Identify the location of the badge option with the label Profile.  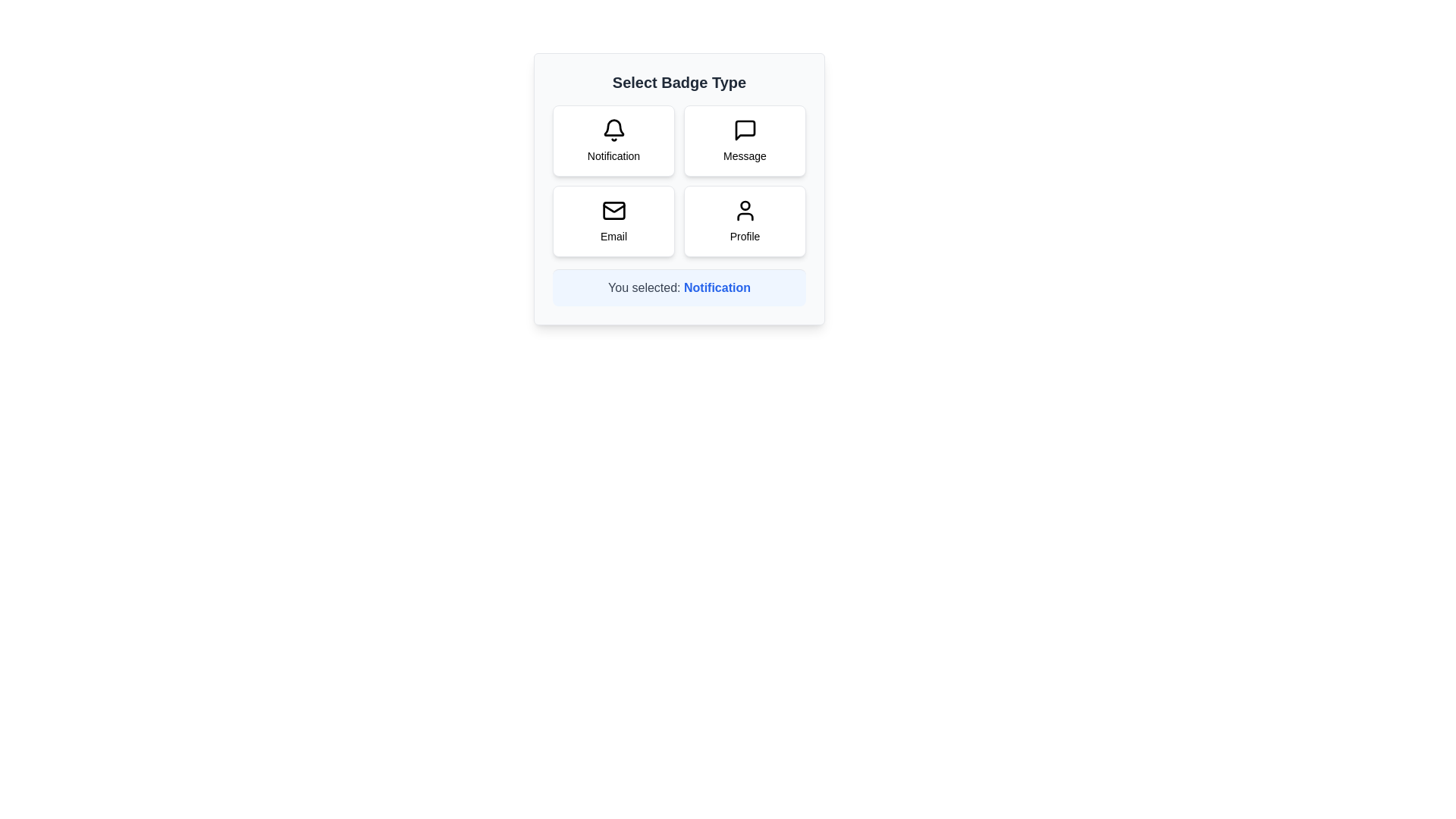
(745, 221).